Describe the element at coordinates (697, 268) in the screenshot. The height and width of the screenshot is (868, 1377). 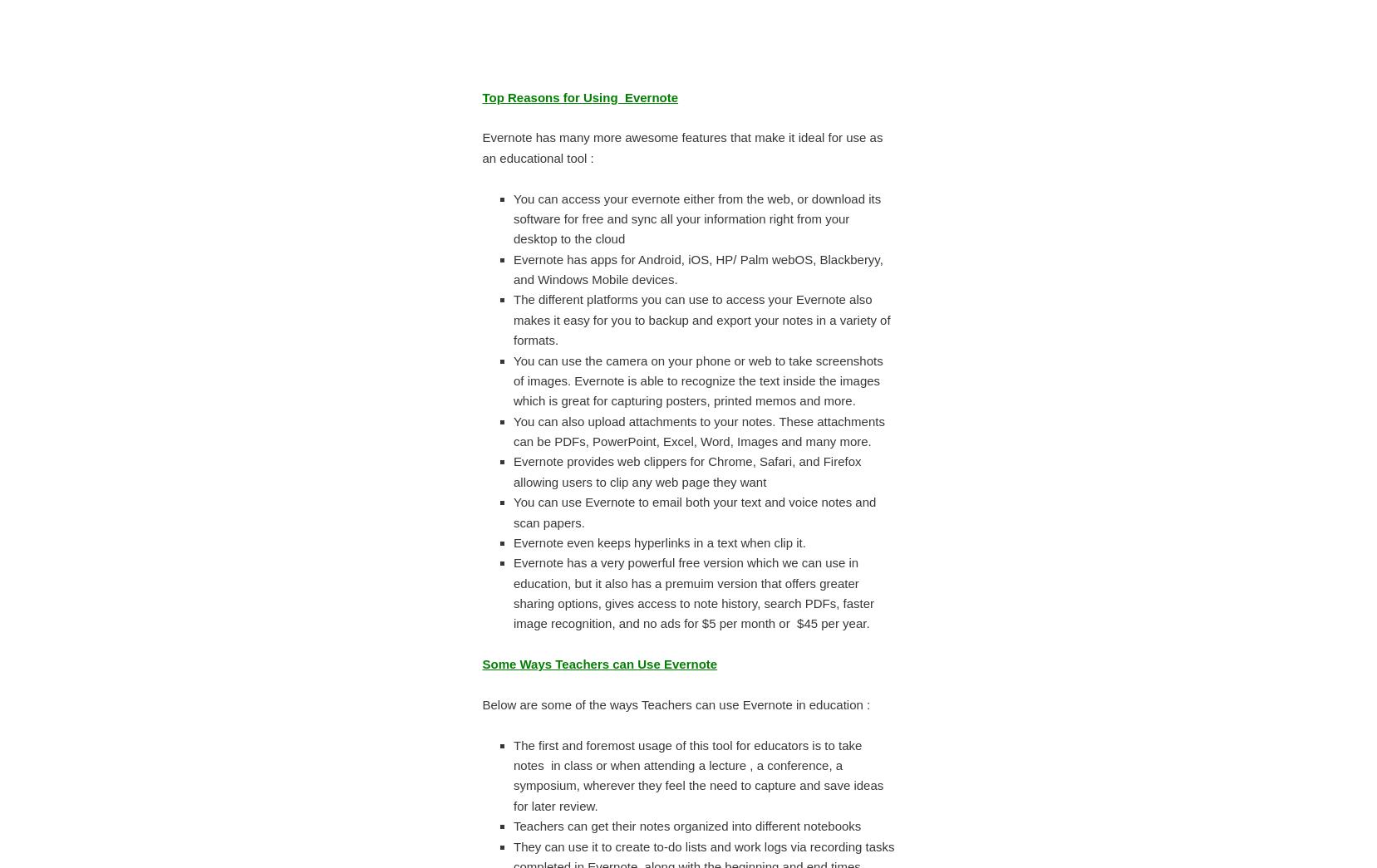
I see `'Evernote has apps for Android, iOS, HP/ Palm webOS, Blackberyy, and Windows Mobile devices.'` at that location.